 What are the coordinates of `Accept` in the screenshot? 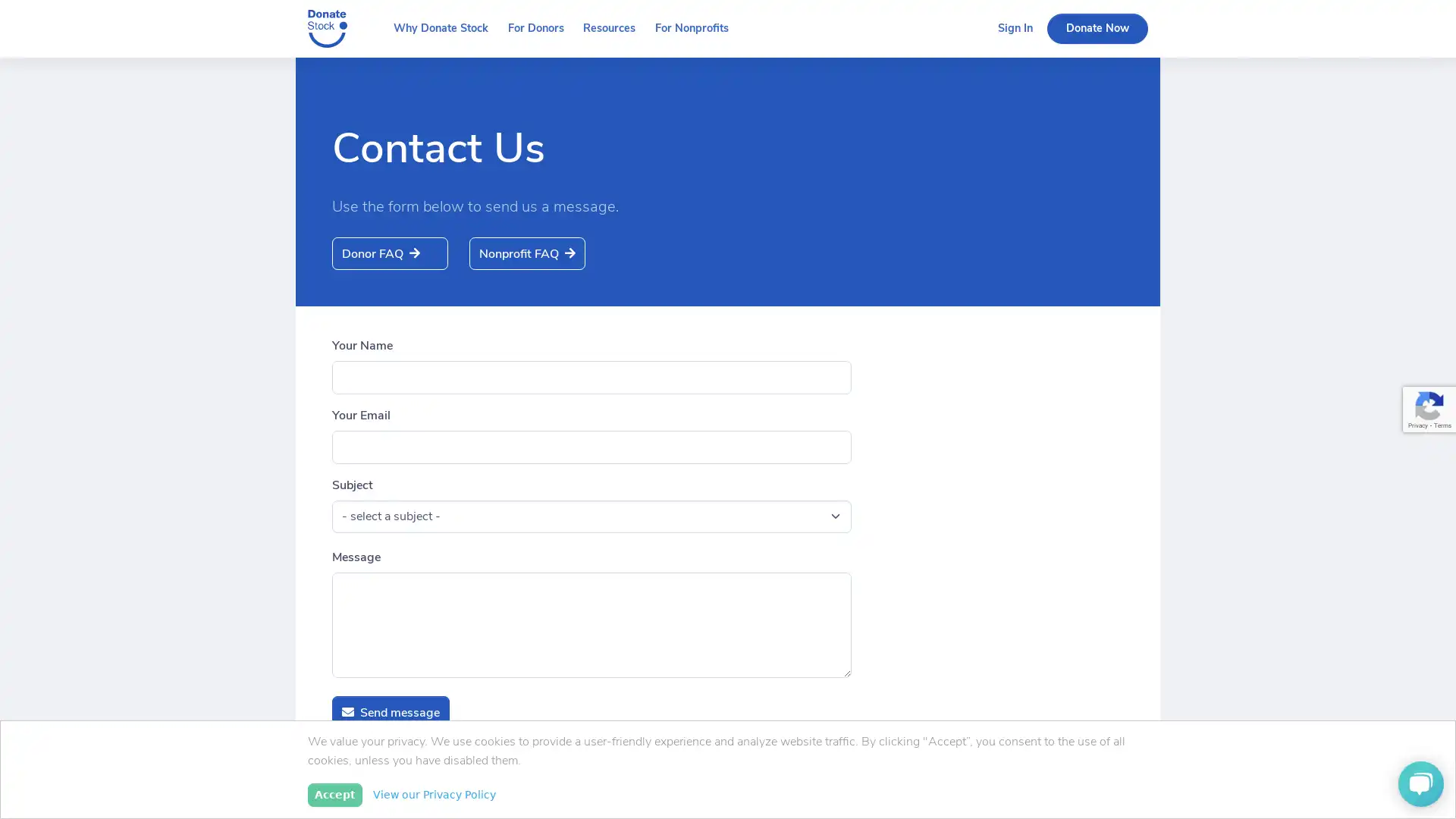 It's located at (334, 794).